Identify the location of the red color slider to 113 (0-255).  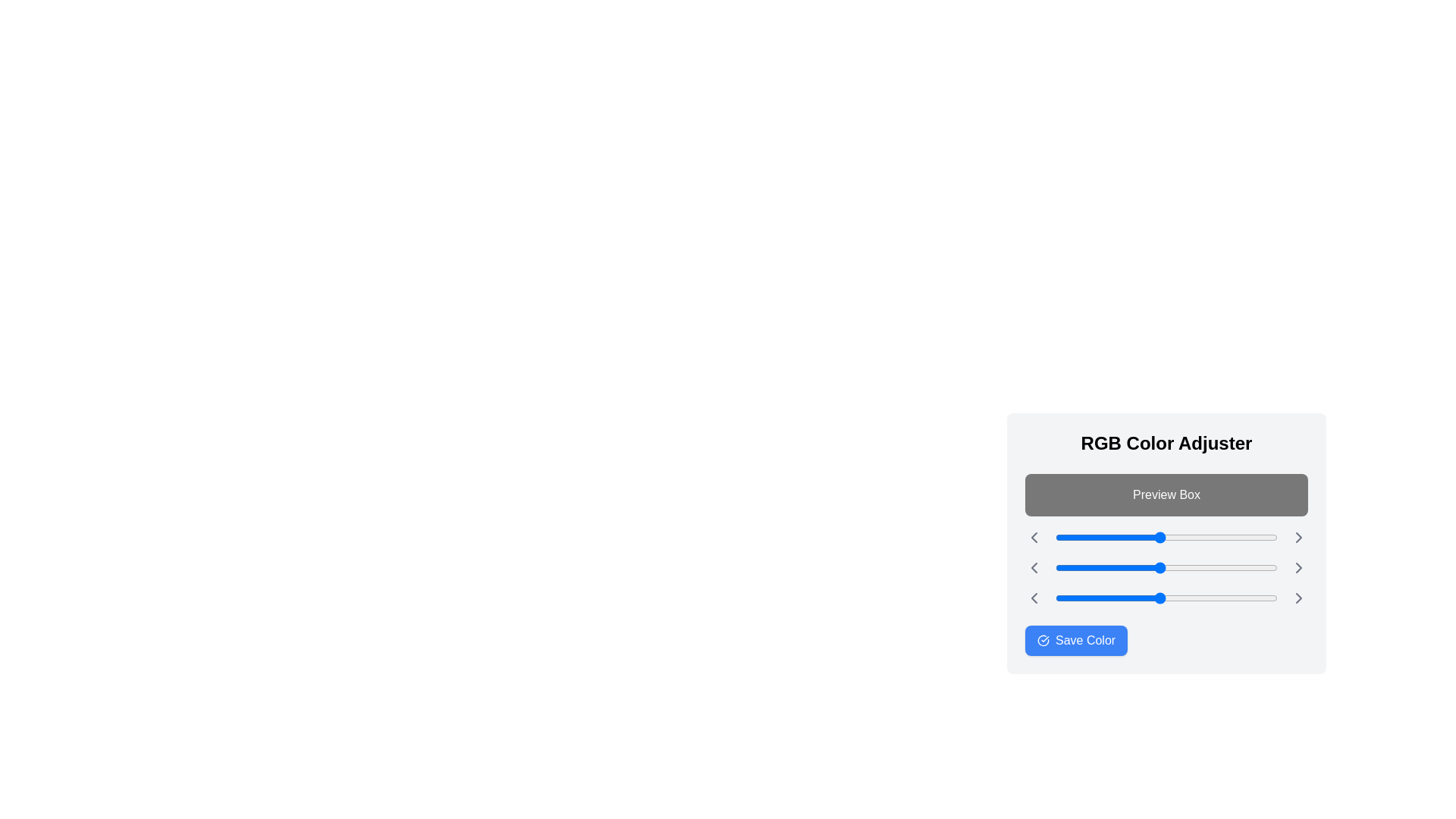
(1153, 537).